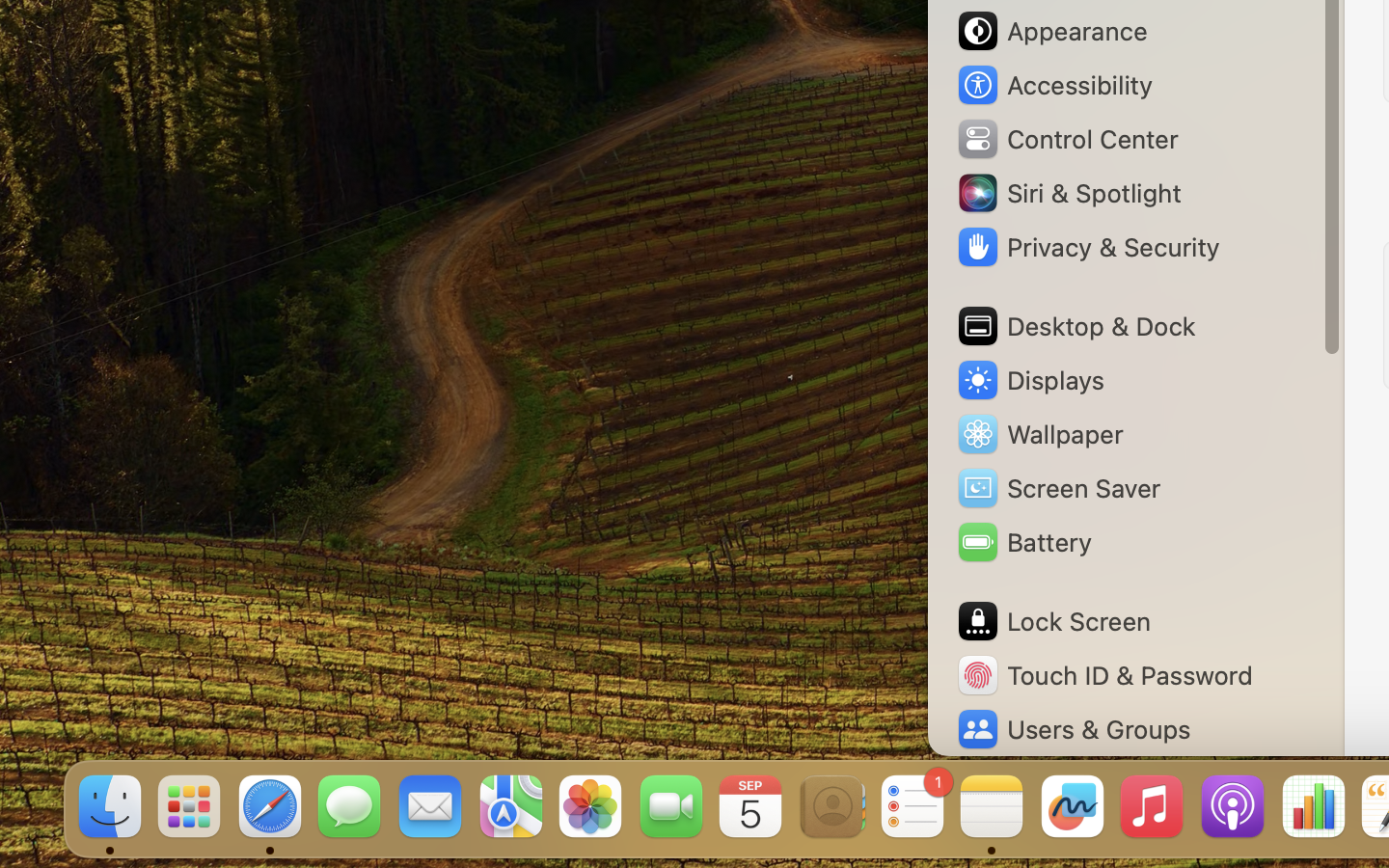 The height and width of the screenshot is (868, 1389). What do you see at coordinates (1051, 621) in the screenshot?
I see `'Lock Screen'` at bounding box center [1051, 621].